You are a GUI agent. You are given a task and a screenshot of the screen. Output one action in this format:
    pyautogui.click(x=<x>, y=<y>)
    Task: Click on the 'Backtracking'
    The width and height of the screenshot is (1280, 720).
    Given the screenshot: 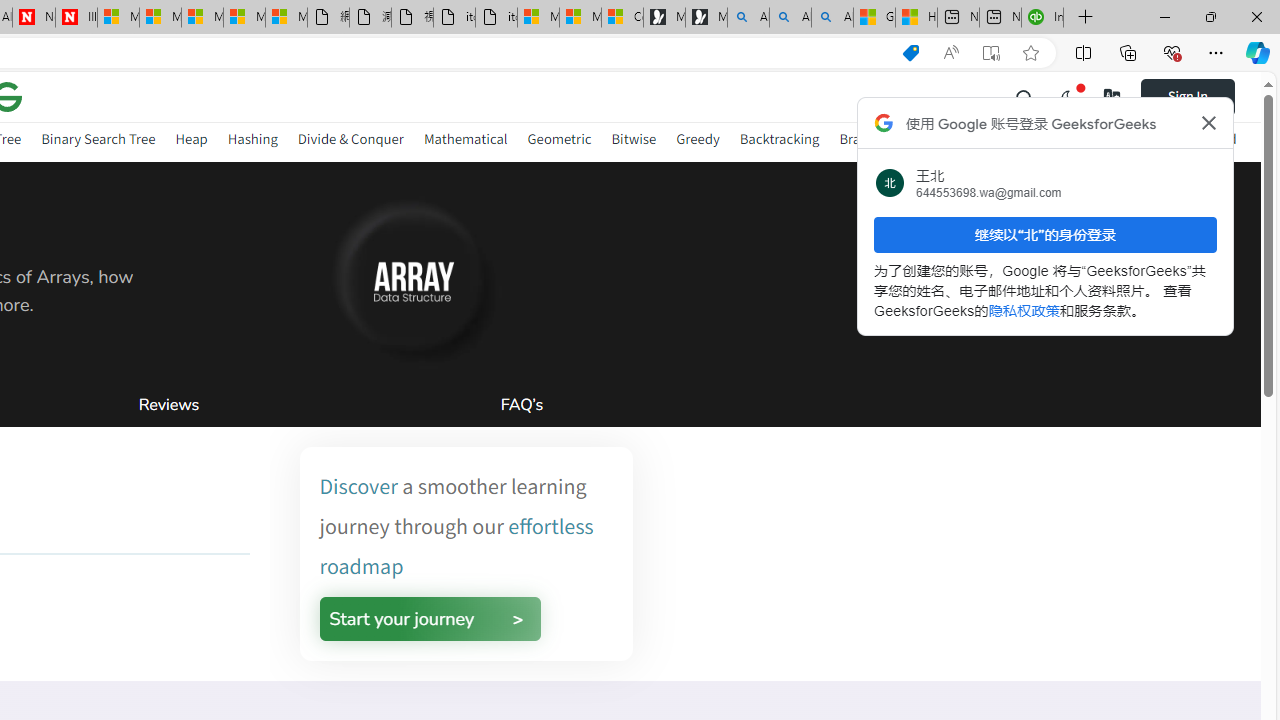 What is the action you would take?
    pyautogui.click(x=778, y=138)
    